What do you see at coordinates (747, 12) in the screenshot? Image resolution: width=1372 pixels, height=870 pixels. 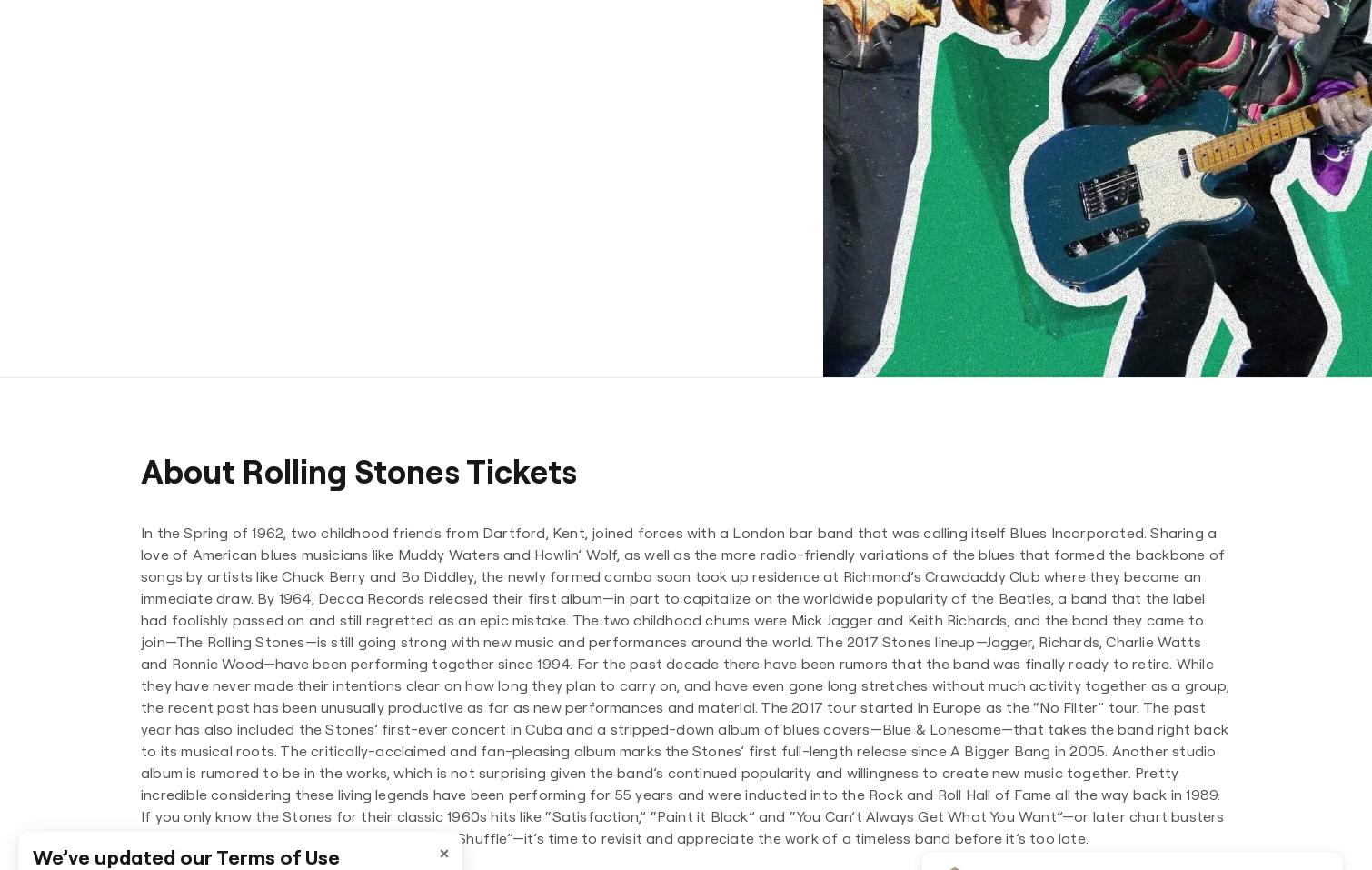 I see `'Philadelphia Phillies'` at bounding box center [747, 12].